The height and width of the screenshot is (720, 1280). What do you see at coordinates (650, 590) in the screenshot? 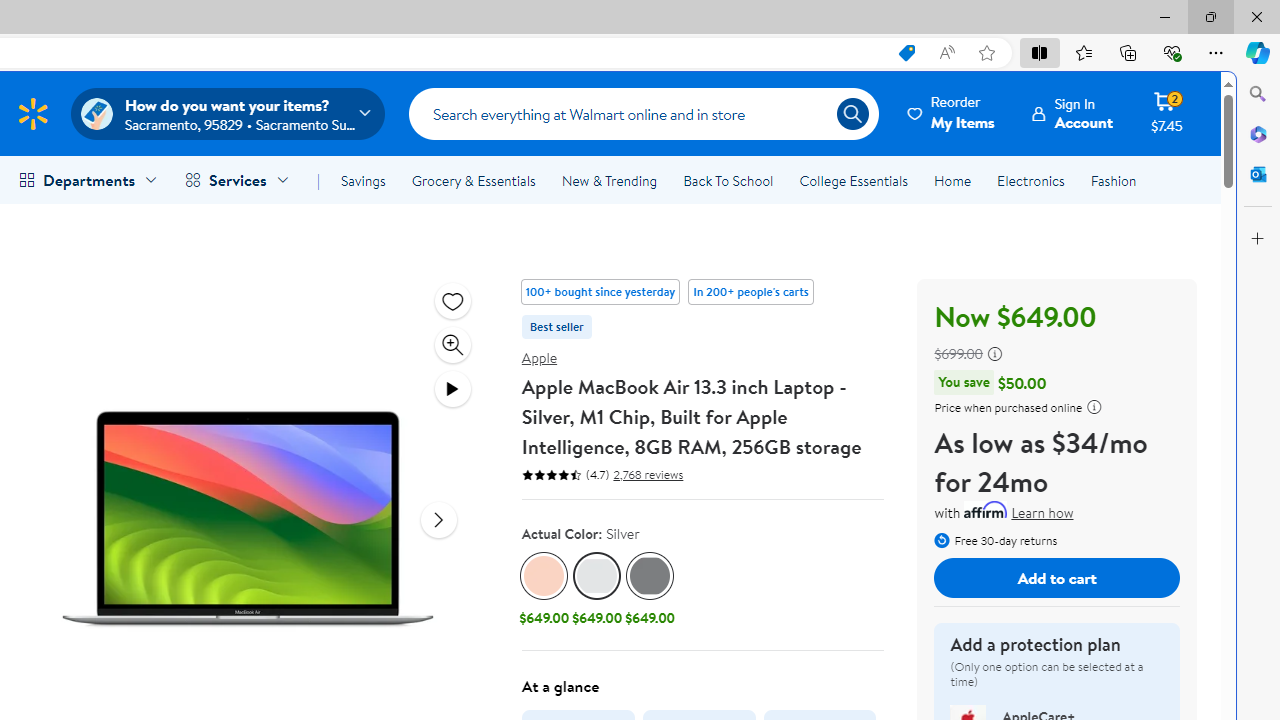
I see `'Space Gray, $649.00'` at bounding box center [650, 590].